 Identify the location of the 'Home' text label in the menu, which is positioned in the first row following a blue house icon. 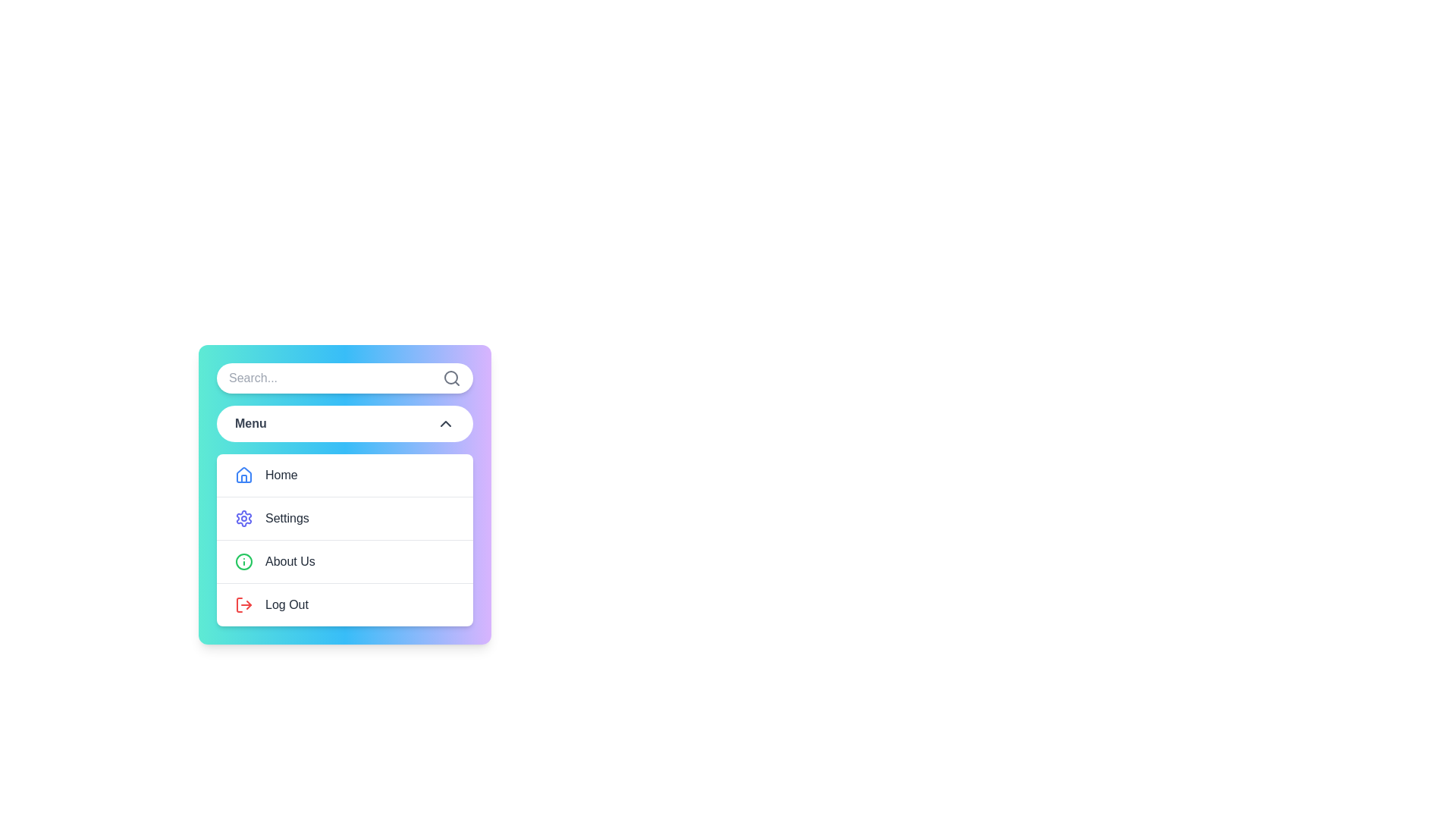
(281, 475).